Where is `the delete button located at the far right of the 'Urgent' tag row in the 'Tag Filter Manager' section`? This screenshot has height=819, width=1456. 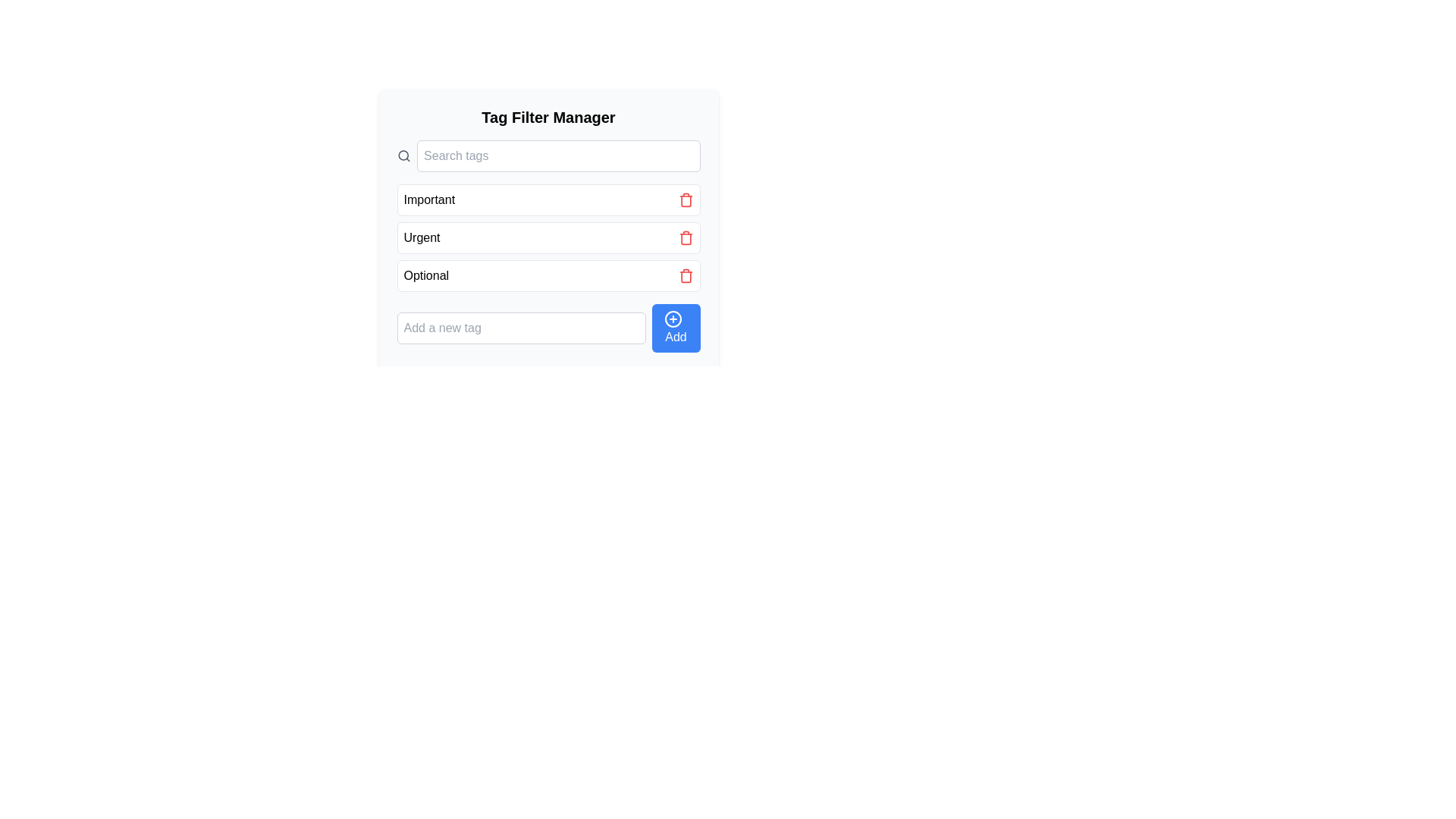
the delete button located at the far right of the 'Urgent' tag row in the 'Tag Filter Manager' section is located at coordinates (685, 237).